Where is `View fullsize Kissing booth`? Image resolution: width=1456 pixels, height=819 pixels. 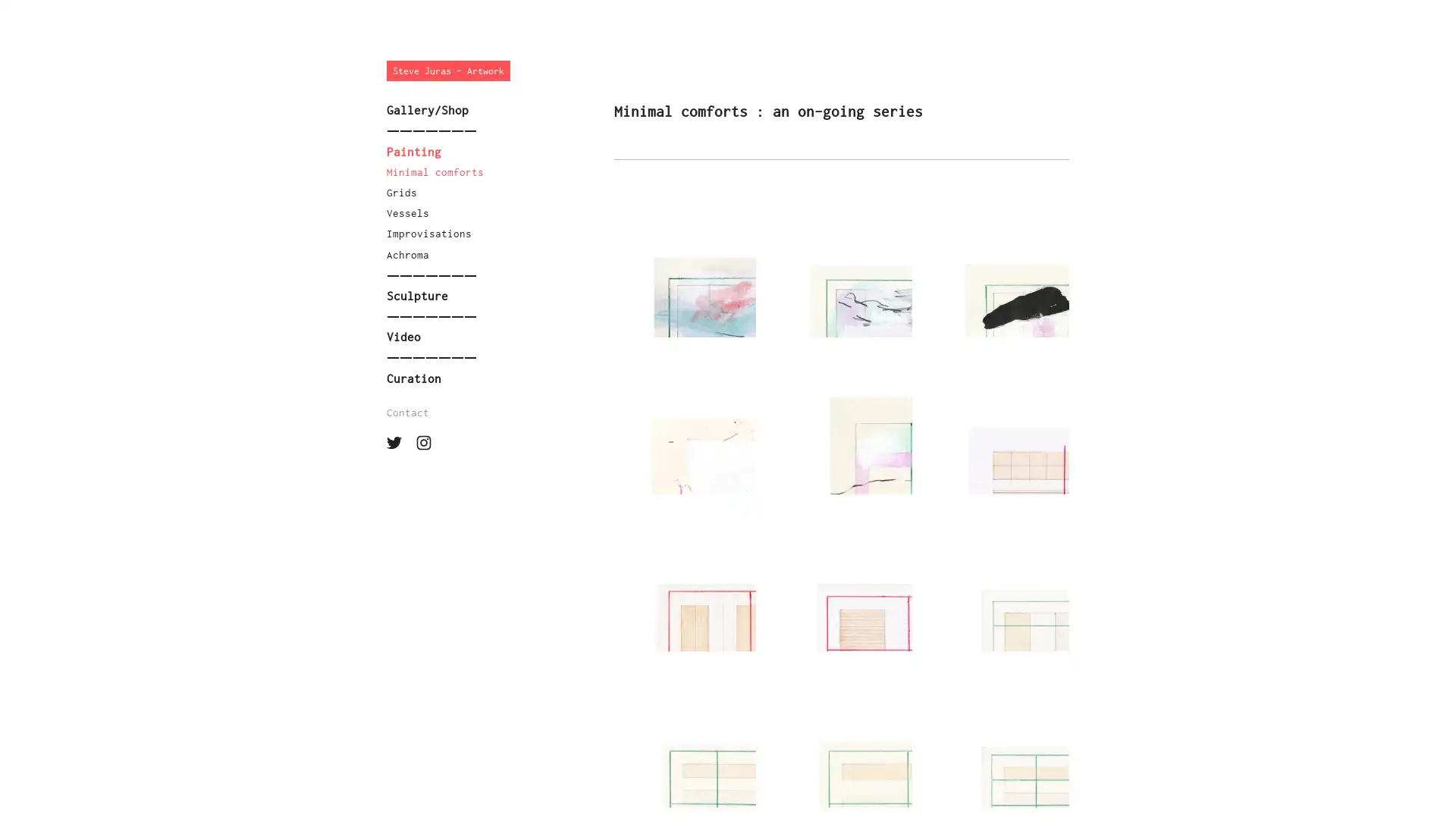 View fullsize Kissing booth is located at coordinates (840, 579).